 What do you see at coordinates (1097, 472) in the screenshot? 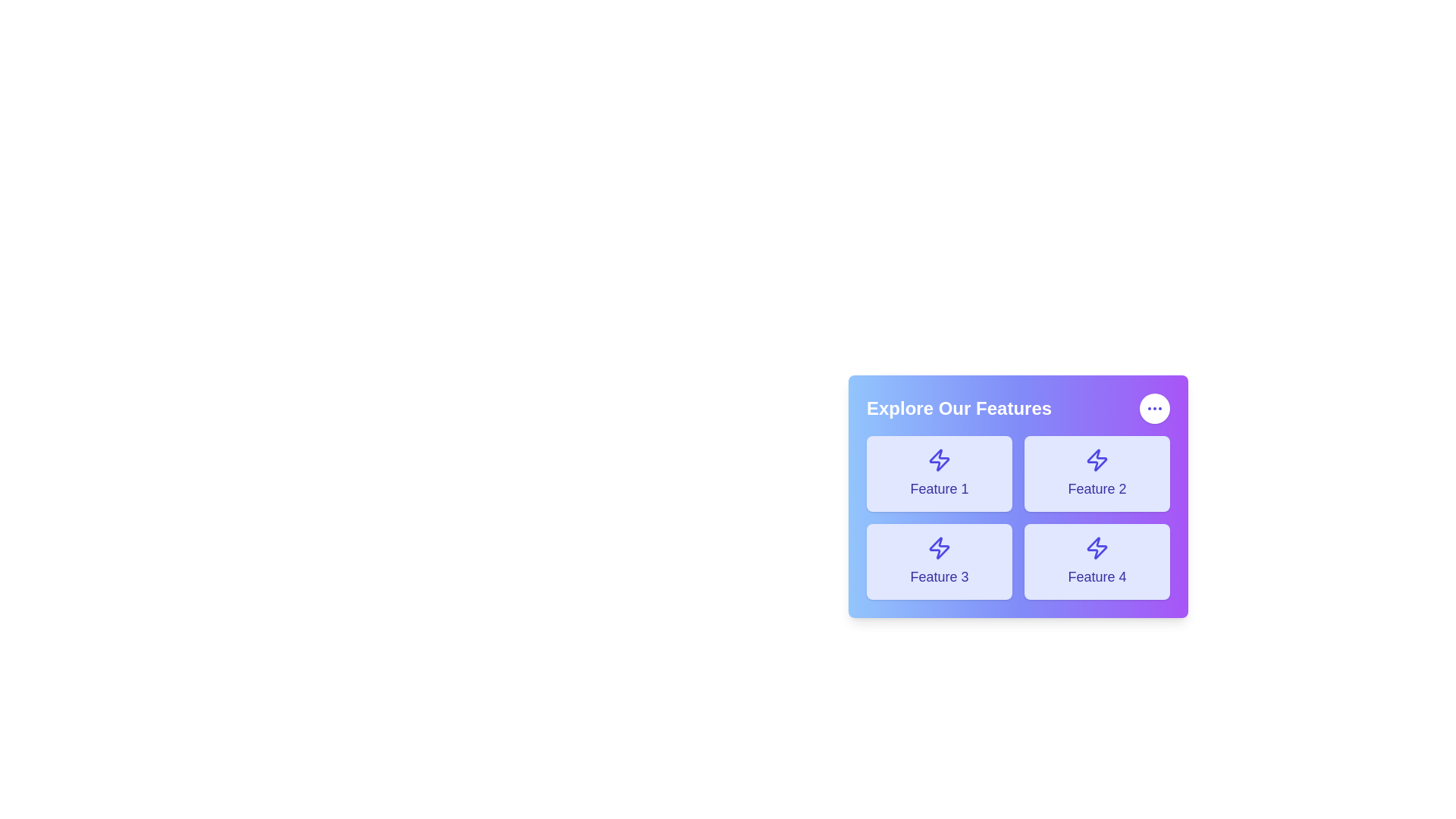
I see `the second card in the grid layout, located in the top-right position, serving as a feature highlight for exploring a specific application feature` at bounding box center [1097, 472].